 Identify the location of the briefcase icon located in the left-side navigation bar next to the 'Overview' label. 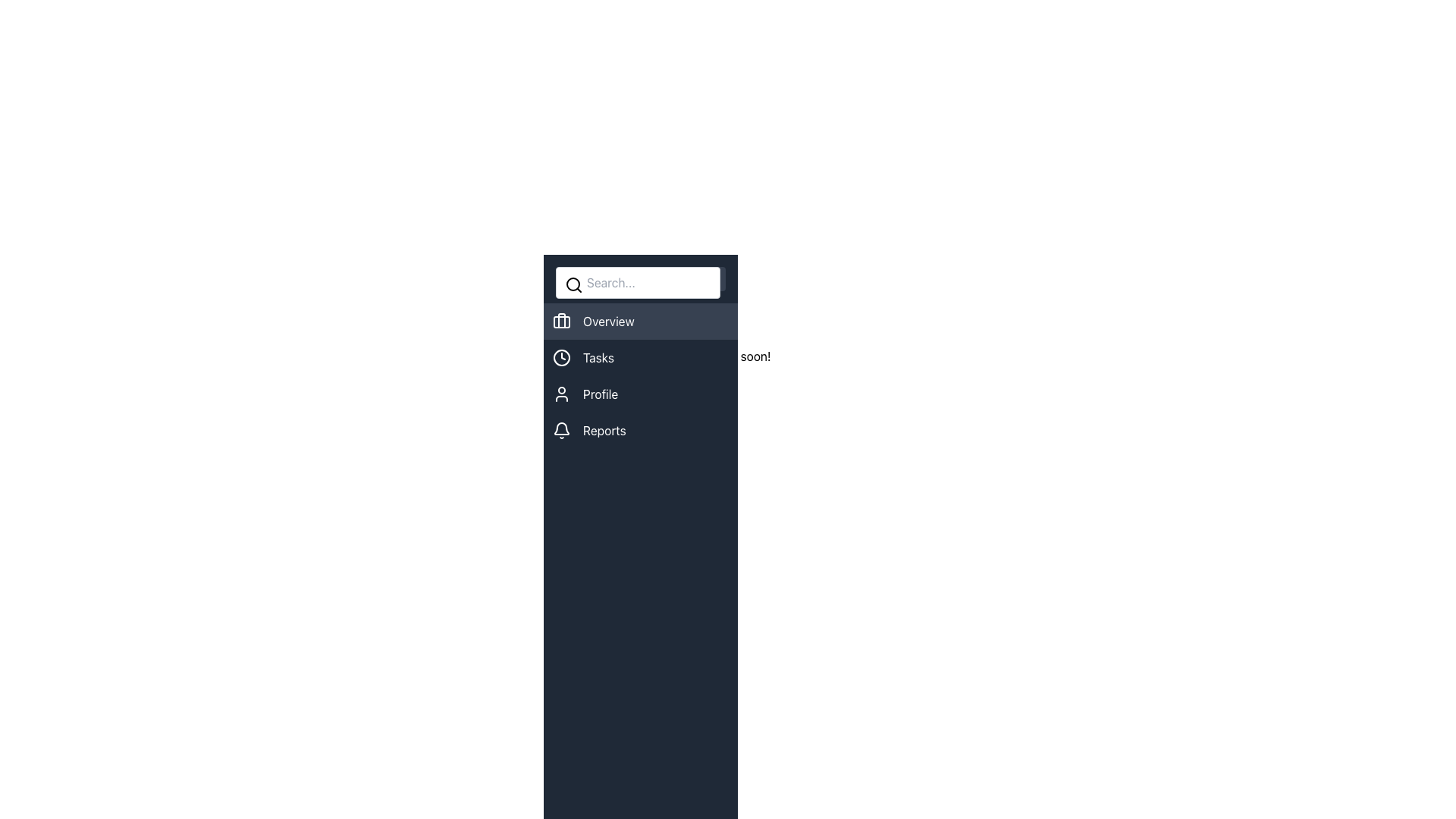
(560, 321).